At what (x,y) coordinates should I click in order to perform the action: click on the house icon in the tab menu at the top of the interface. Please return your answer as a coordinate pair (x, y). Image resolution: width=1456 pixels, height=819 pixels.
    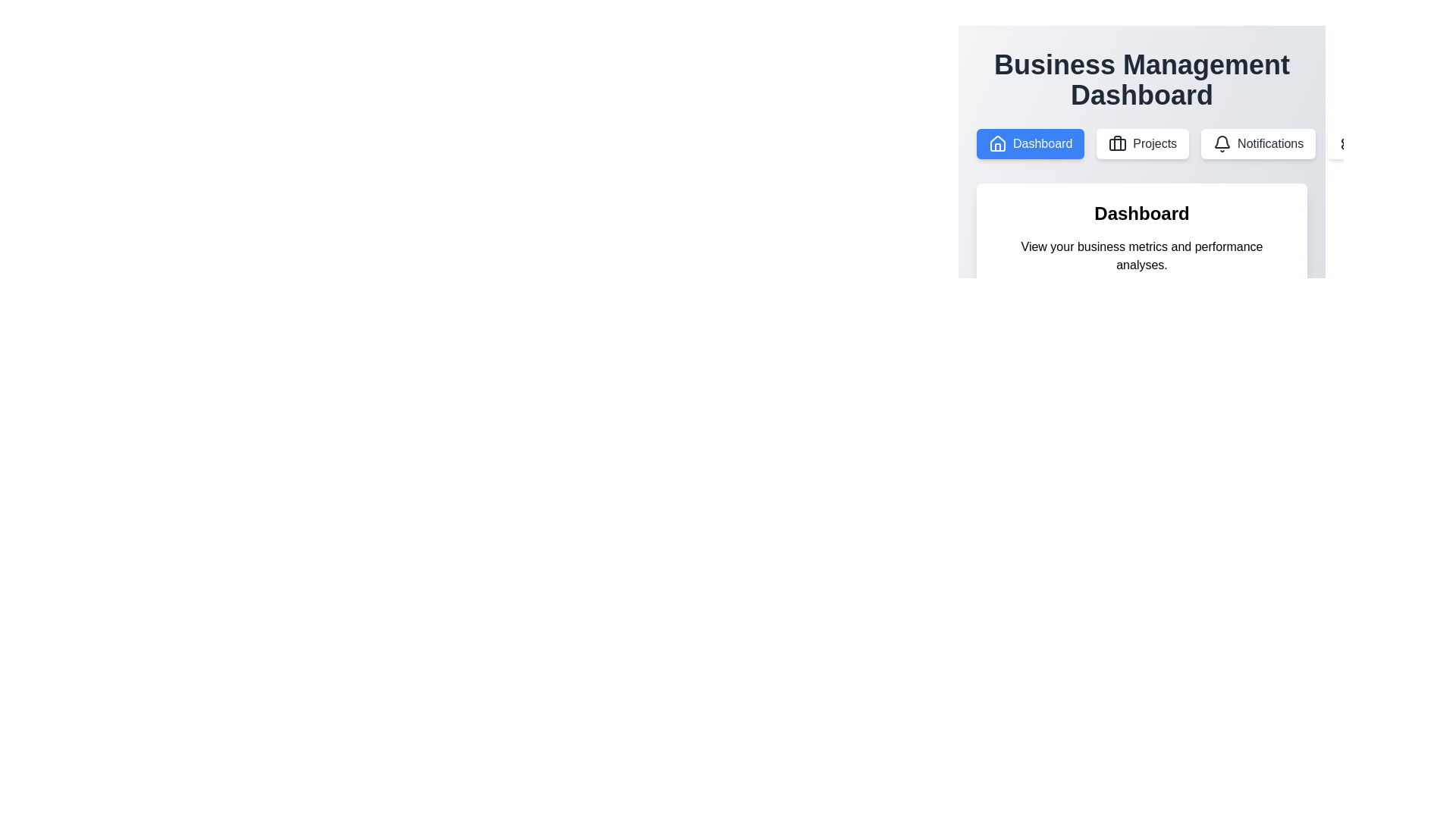
    Looking at the image, I should click on (997, 143).